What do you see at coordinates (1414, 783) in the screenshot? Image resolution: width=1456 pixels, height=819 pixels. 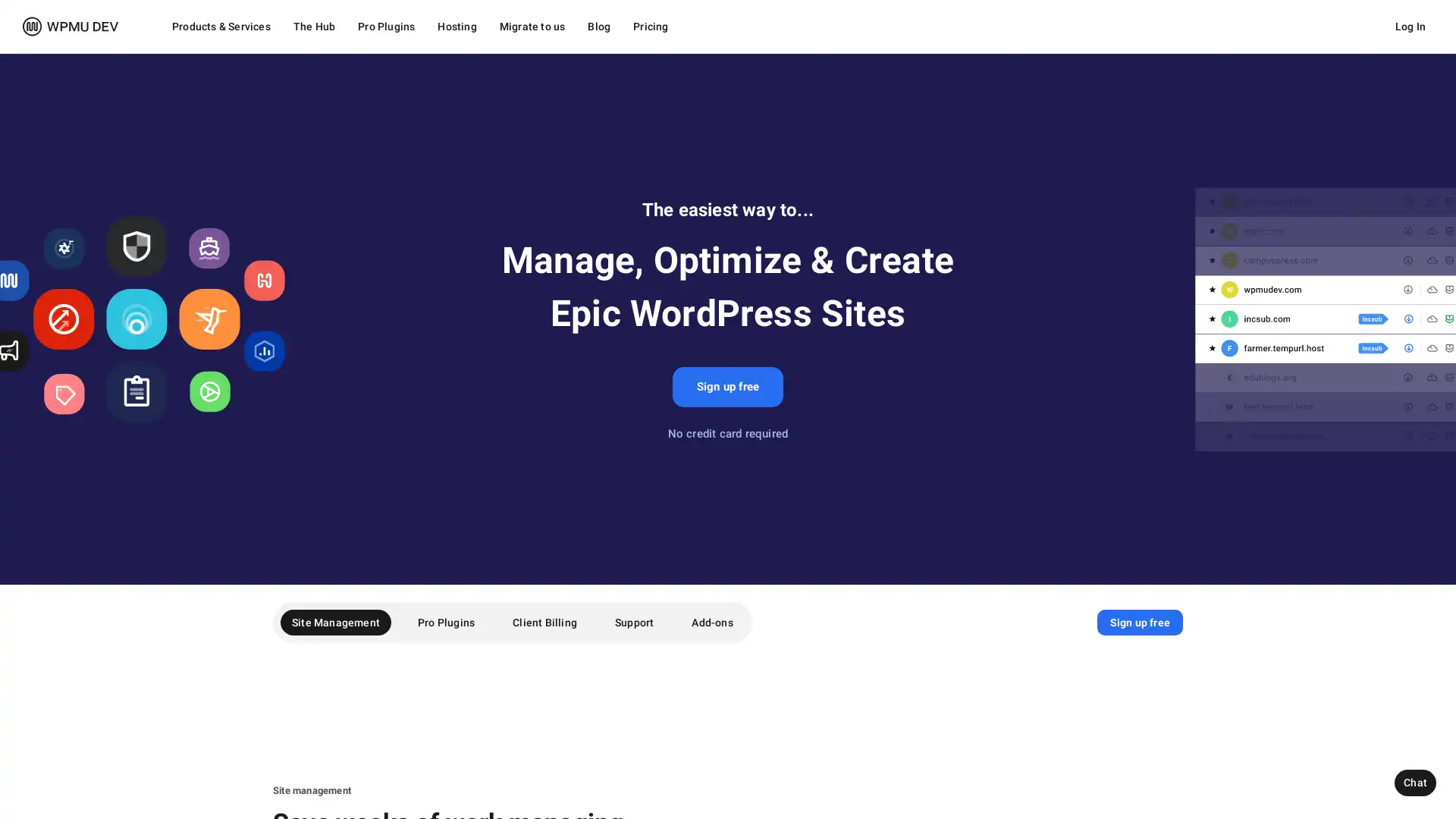 I see `Chat` at bounding box center [1414, 783].